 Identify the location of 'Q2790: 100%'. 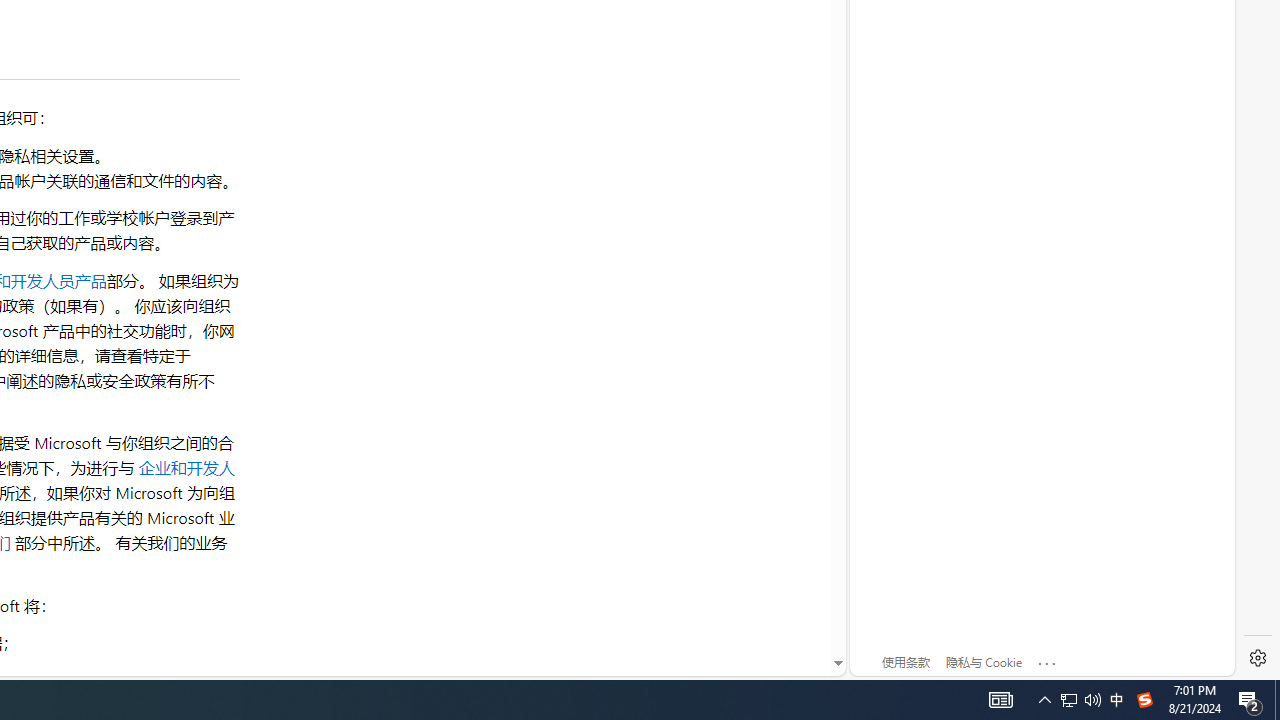
(1068, 698).